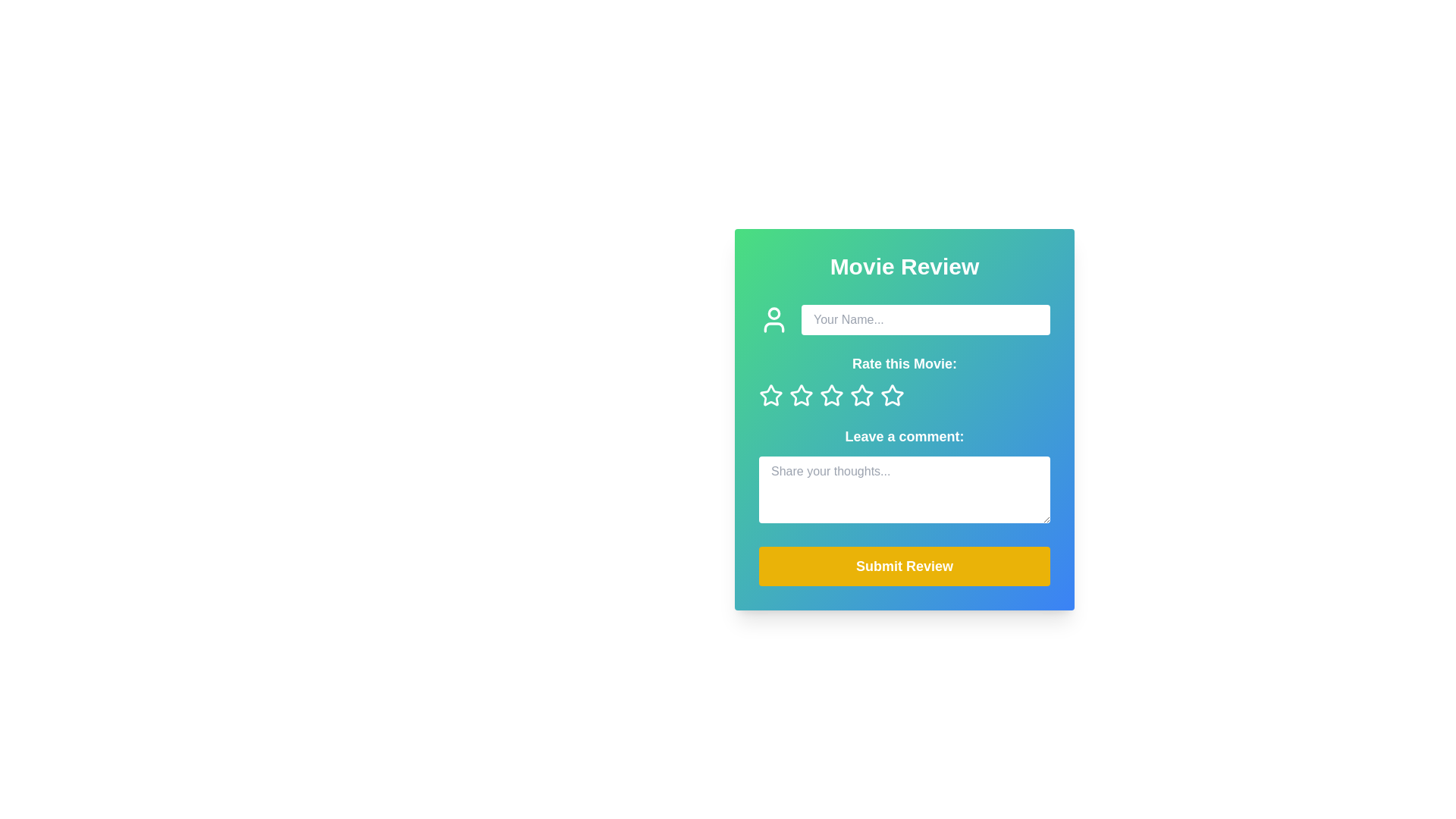 This screenshot has height=819, width=1456. What do you see at coordinates (905, 379) in the screenshot?
I see `the star icons in the Rating component located within the 'Movie Review' box` at bounding box center [905, 379].